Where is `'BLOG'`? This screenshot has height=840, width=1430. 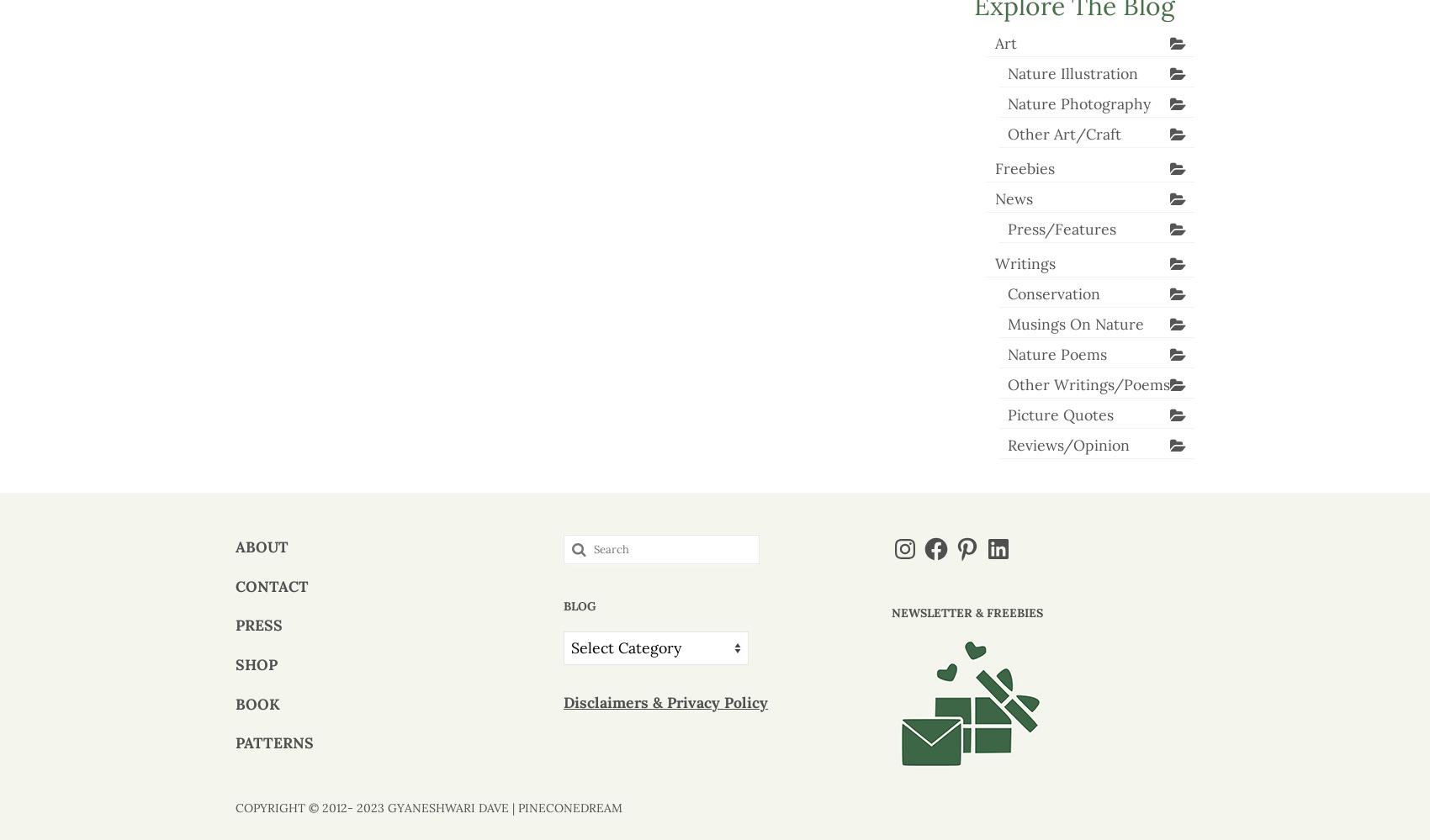
'BLOG' is located at coordinates (579, 605).